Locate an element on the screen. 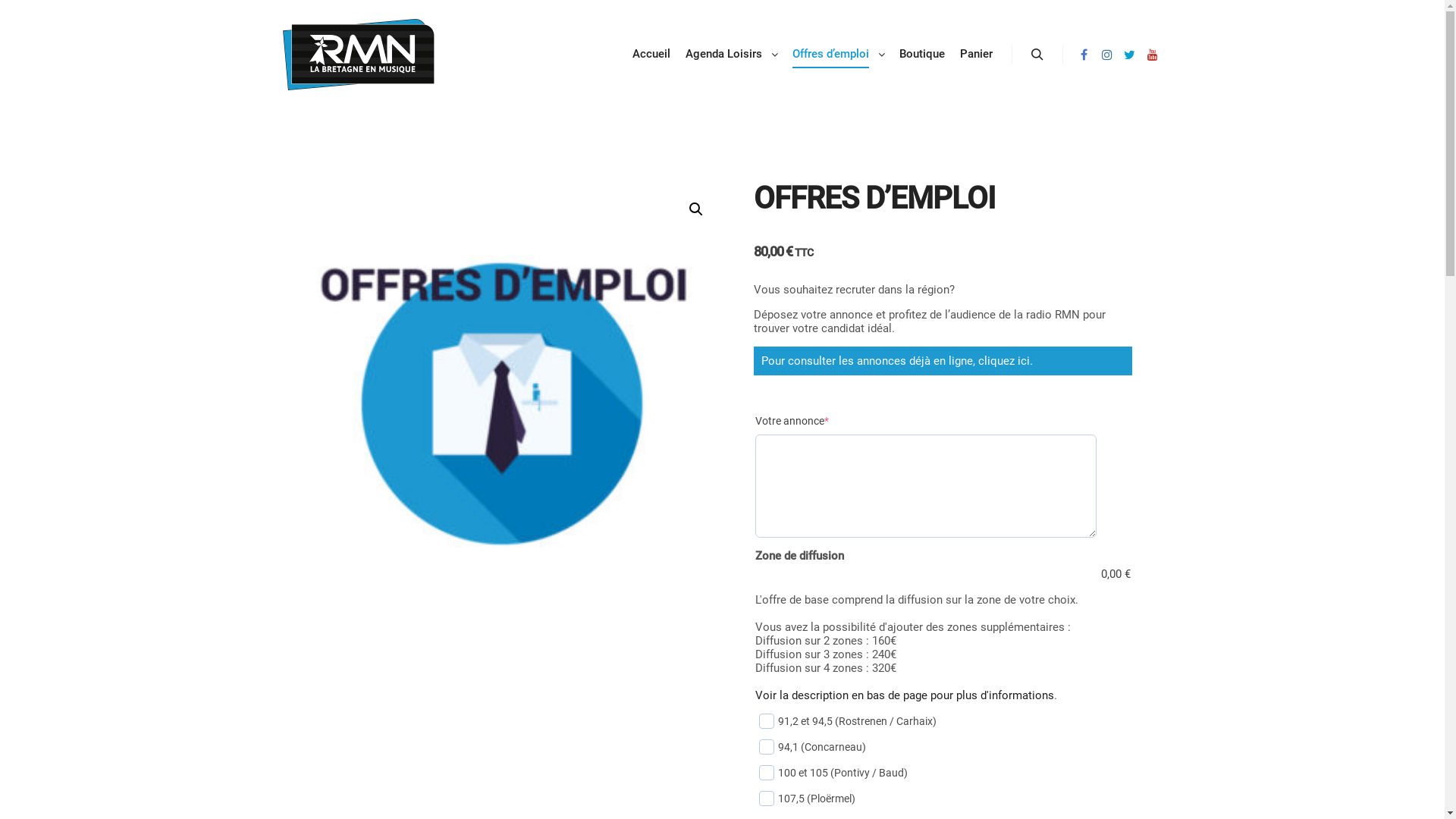 This screenshot has width=1456, height=819. 'Boutique' is located at coordinates (921, 53).